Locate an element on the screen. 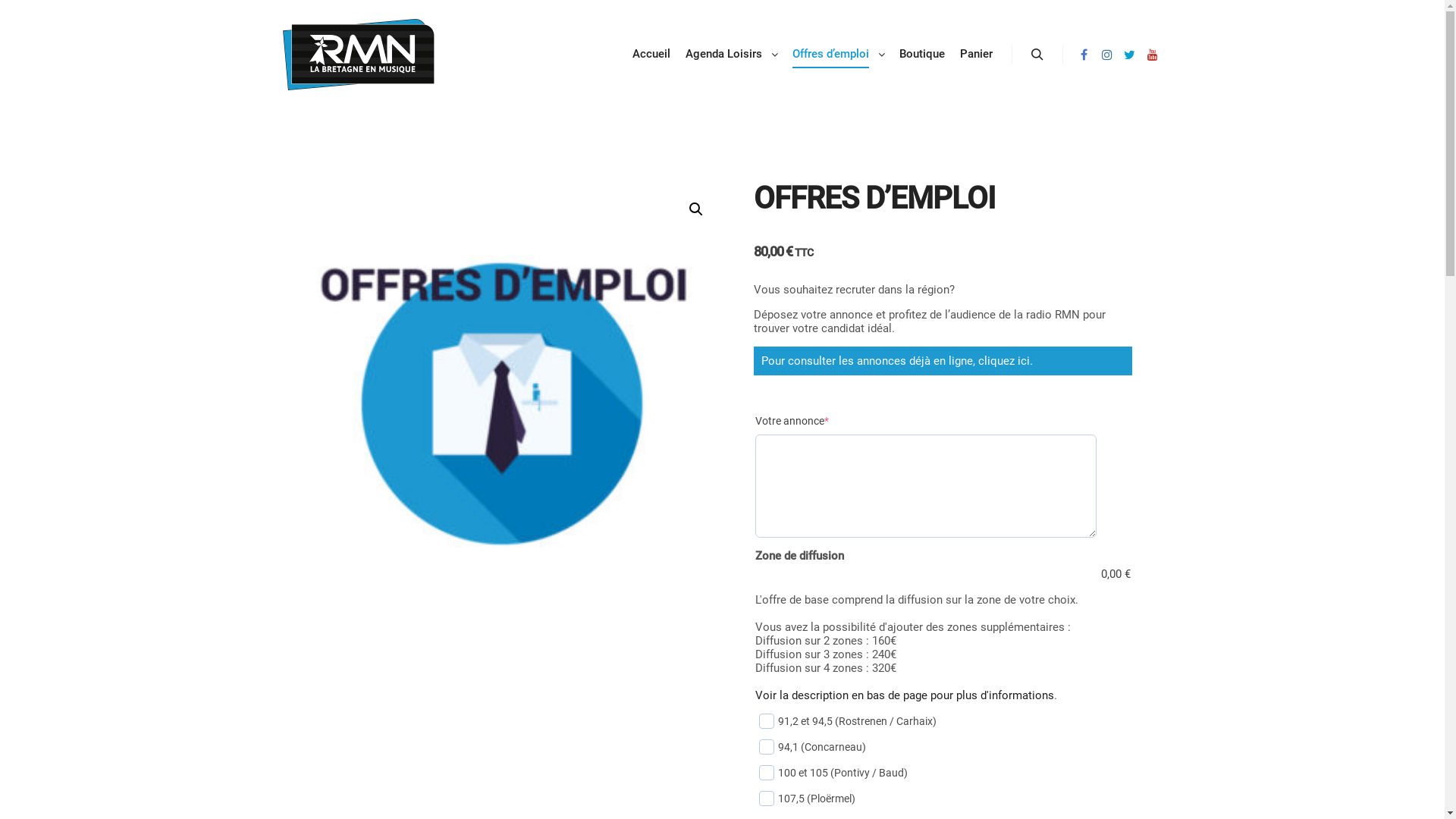 This screenshot has width=1456, height=819. 'Boutique' is located at coordinates (921, 53).